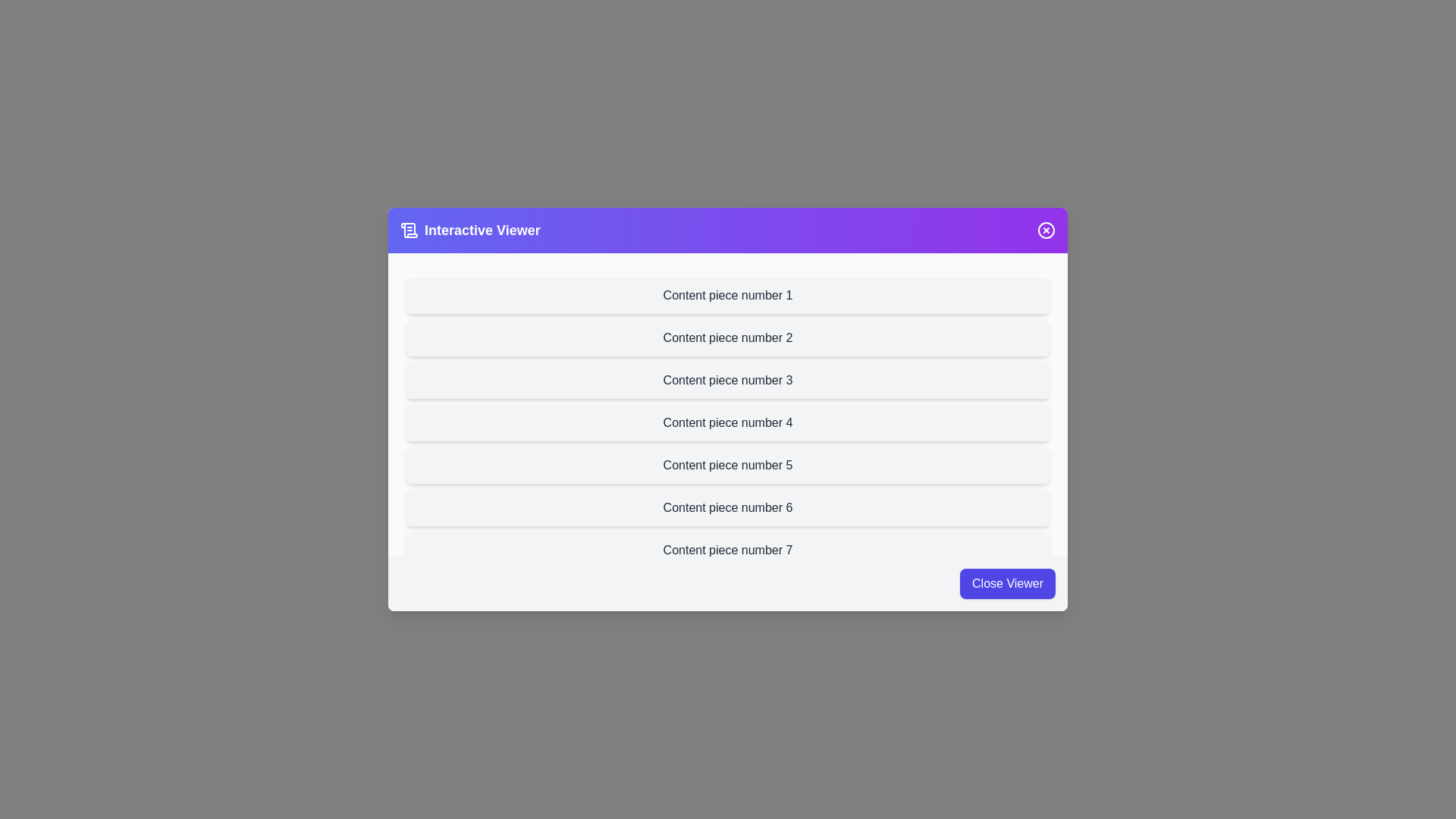  Describe the element at coordinates (1046, 231) in the screenshot. I see `the close button to dismiss the viewer` at that location.